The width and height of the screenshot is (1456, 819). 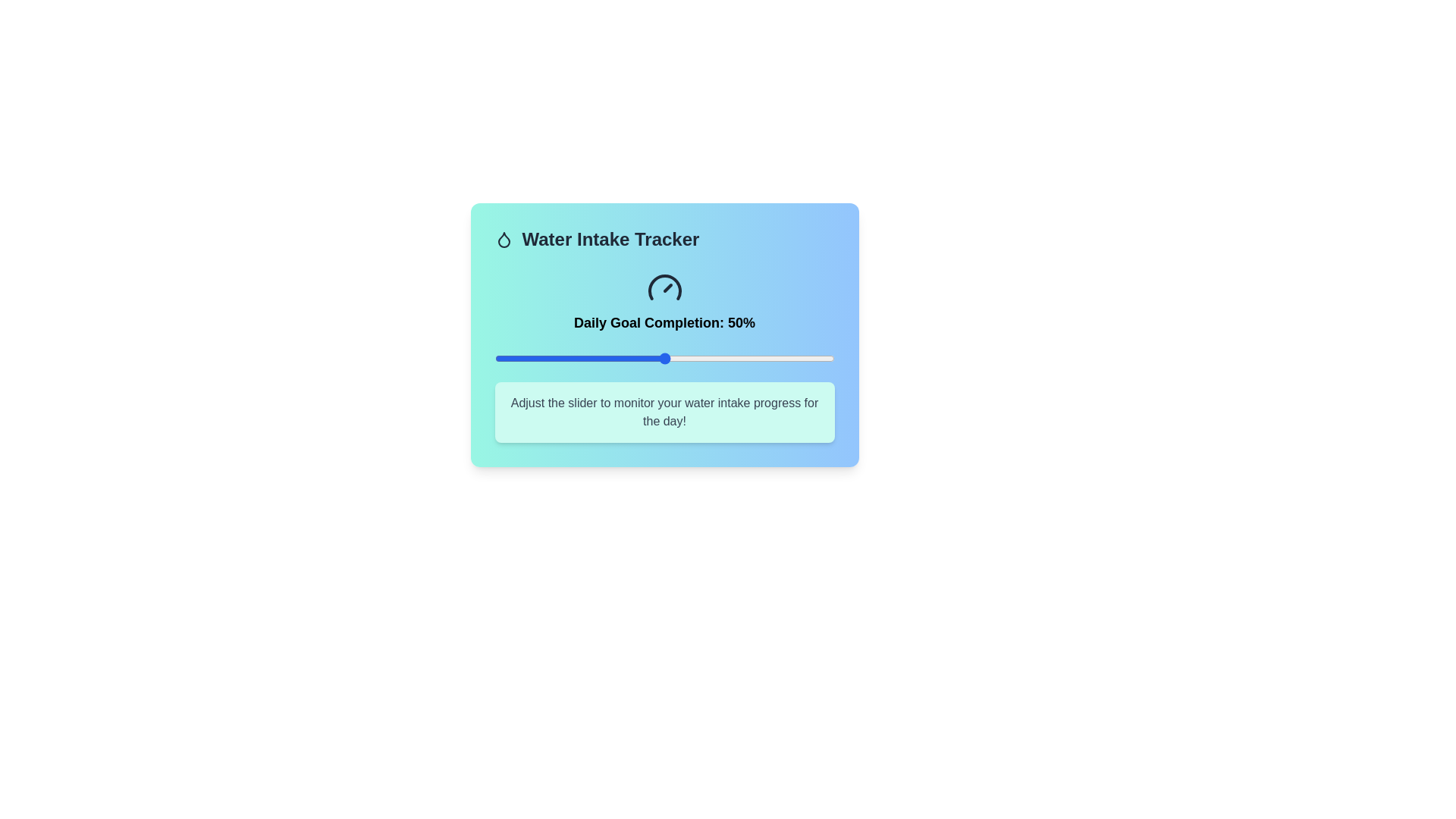 I want to click on the slider to set the water intake percentage to 82%, so click(x=773, y=359).